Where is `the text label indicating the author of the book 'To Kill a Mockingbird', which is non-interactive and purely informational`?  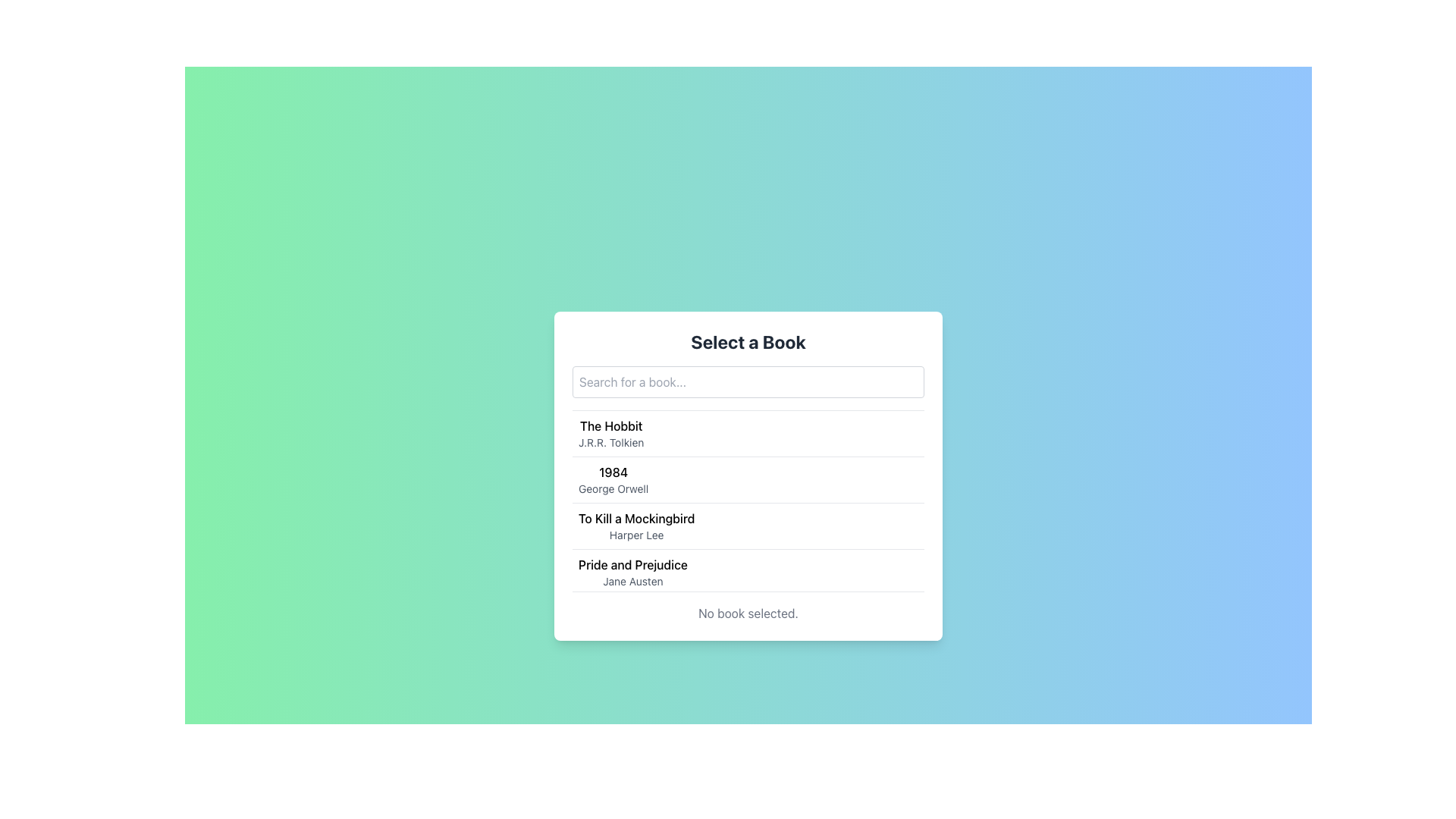 the text label indicating the author of the book 'To Kill a Mockingbird', which is non-interactive and purely informational is located at coordinates (636, 534).